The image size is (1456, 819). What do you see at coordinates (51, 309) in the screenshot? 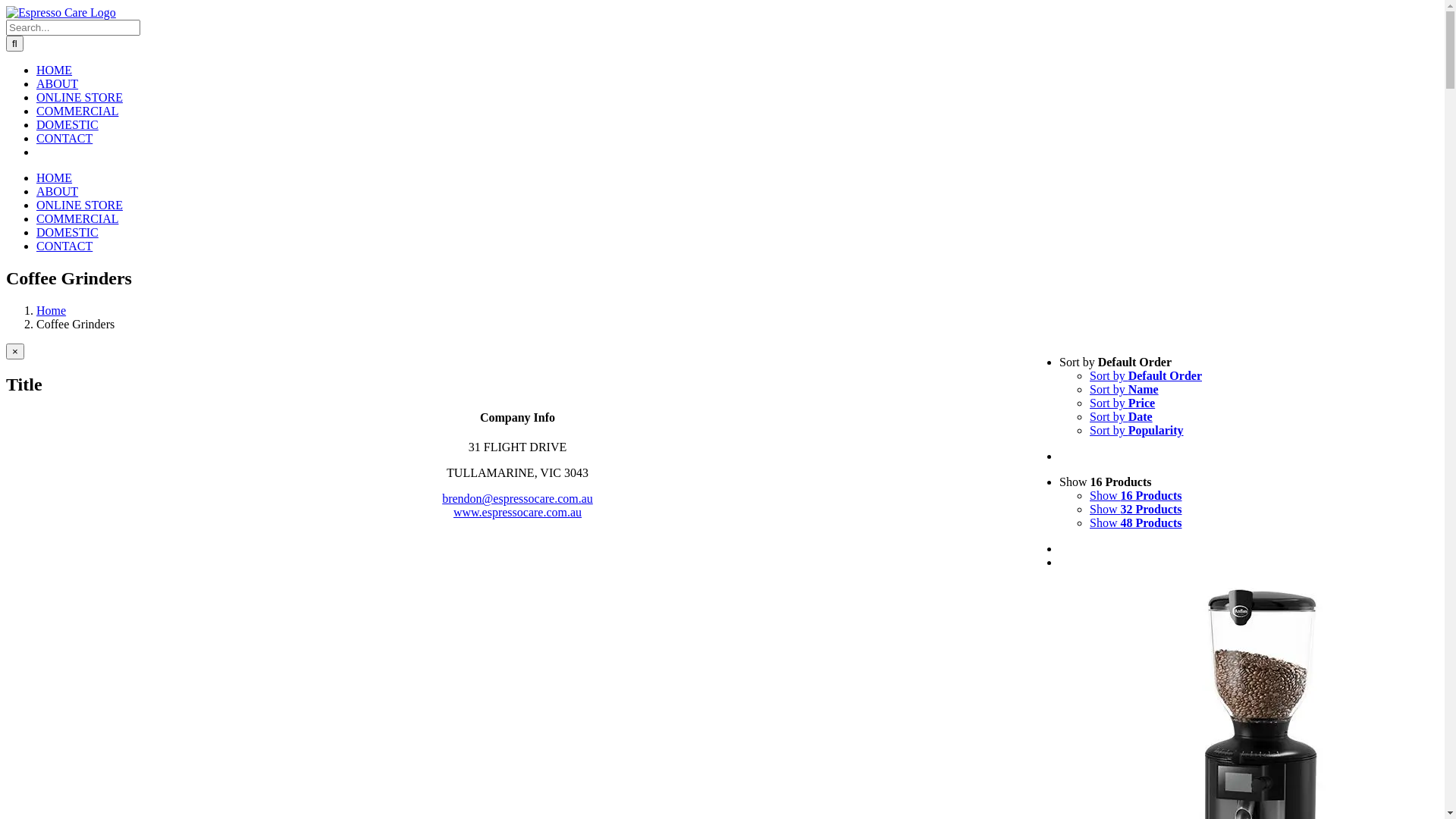
I see `'Home'` at bounding box center [51, 309].